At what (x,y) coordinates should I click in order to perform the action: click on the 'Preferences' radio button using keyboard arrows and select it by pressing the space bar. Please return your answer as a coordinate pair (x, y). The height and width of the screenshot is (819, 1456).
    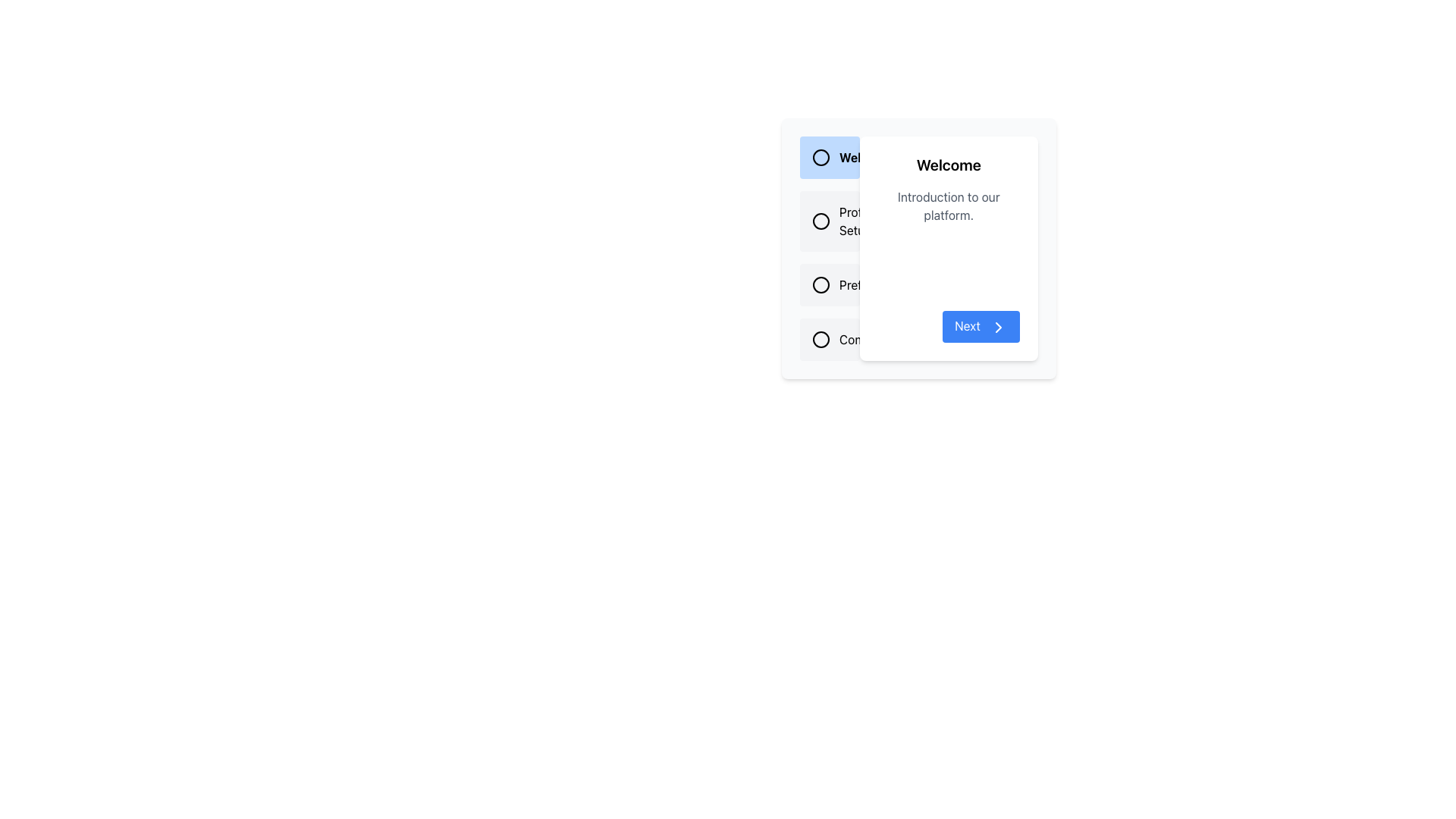
    Looking at the image, I should click on (829, 284).